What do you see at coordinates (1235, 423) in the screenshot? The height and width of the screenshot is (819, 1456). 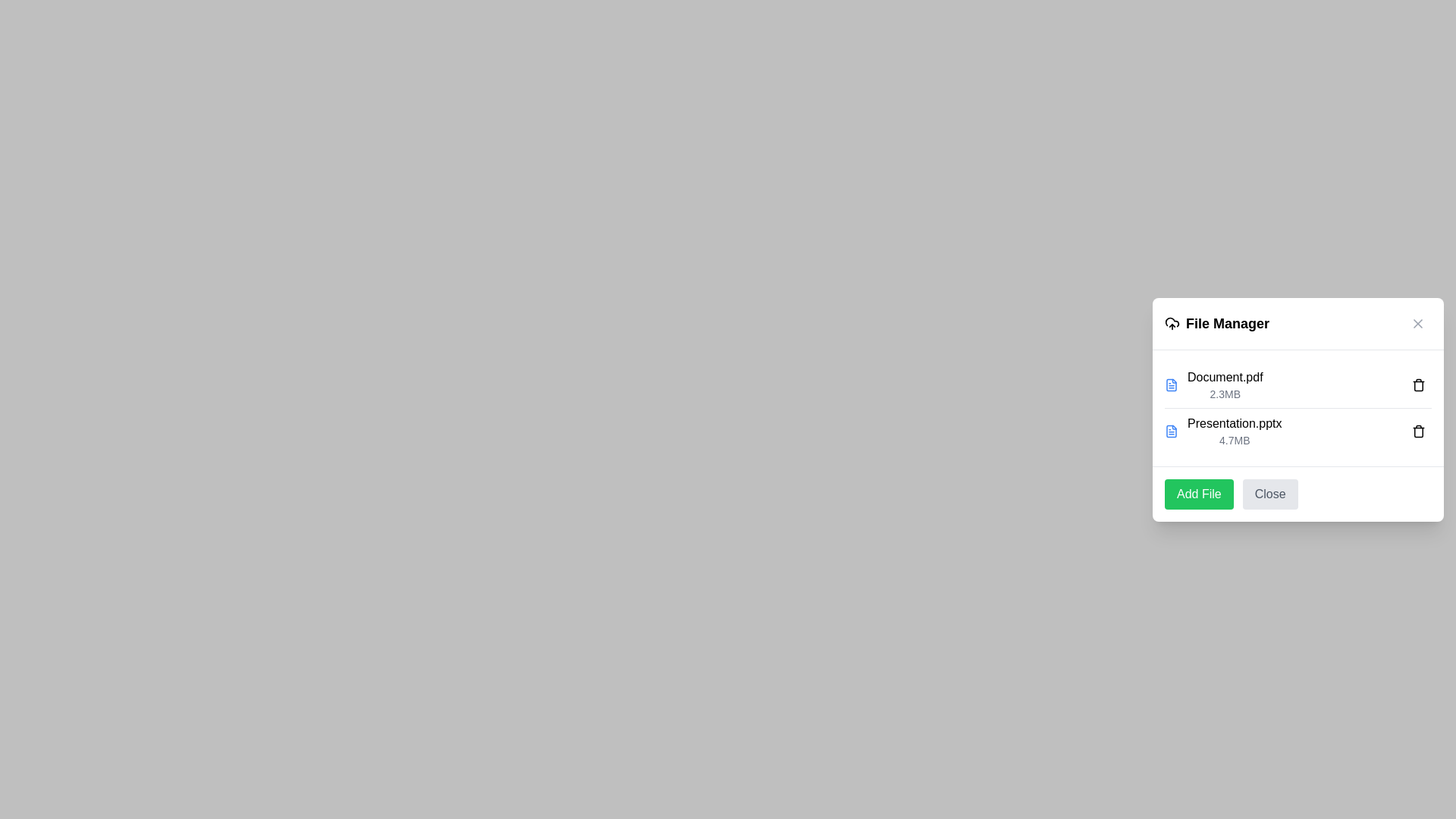 I see `the text label displaying 'Presentation.pptx', styled with medium font weight, located in the 'File Manager' modal` at bounding box center [1235, 423].